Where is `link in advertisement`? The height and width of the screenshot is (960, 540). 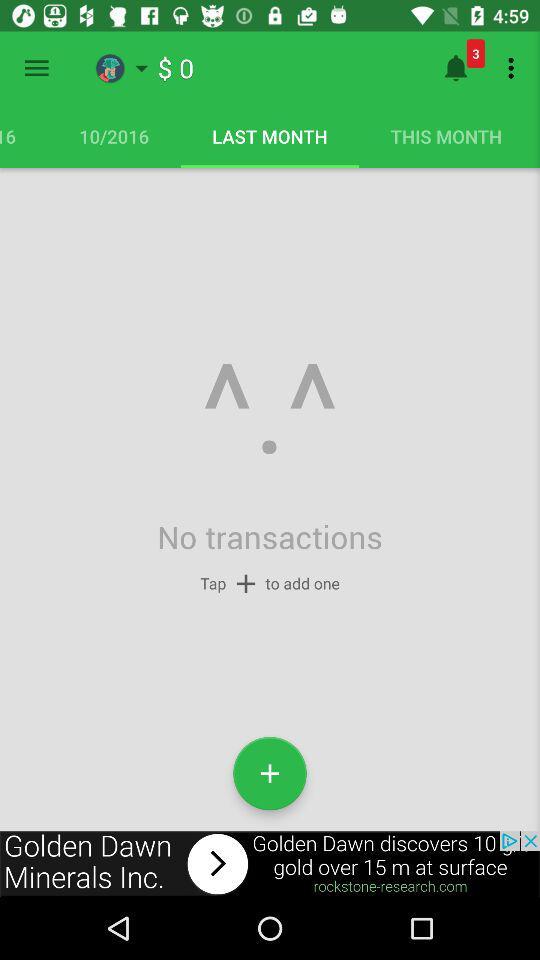 link in advertisement is located at coordinates (270, 863).